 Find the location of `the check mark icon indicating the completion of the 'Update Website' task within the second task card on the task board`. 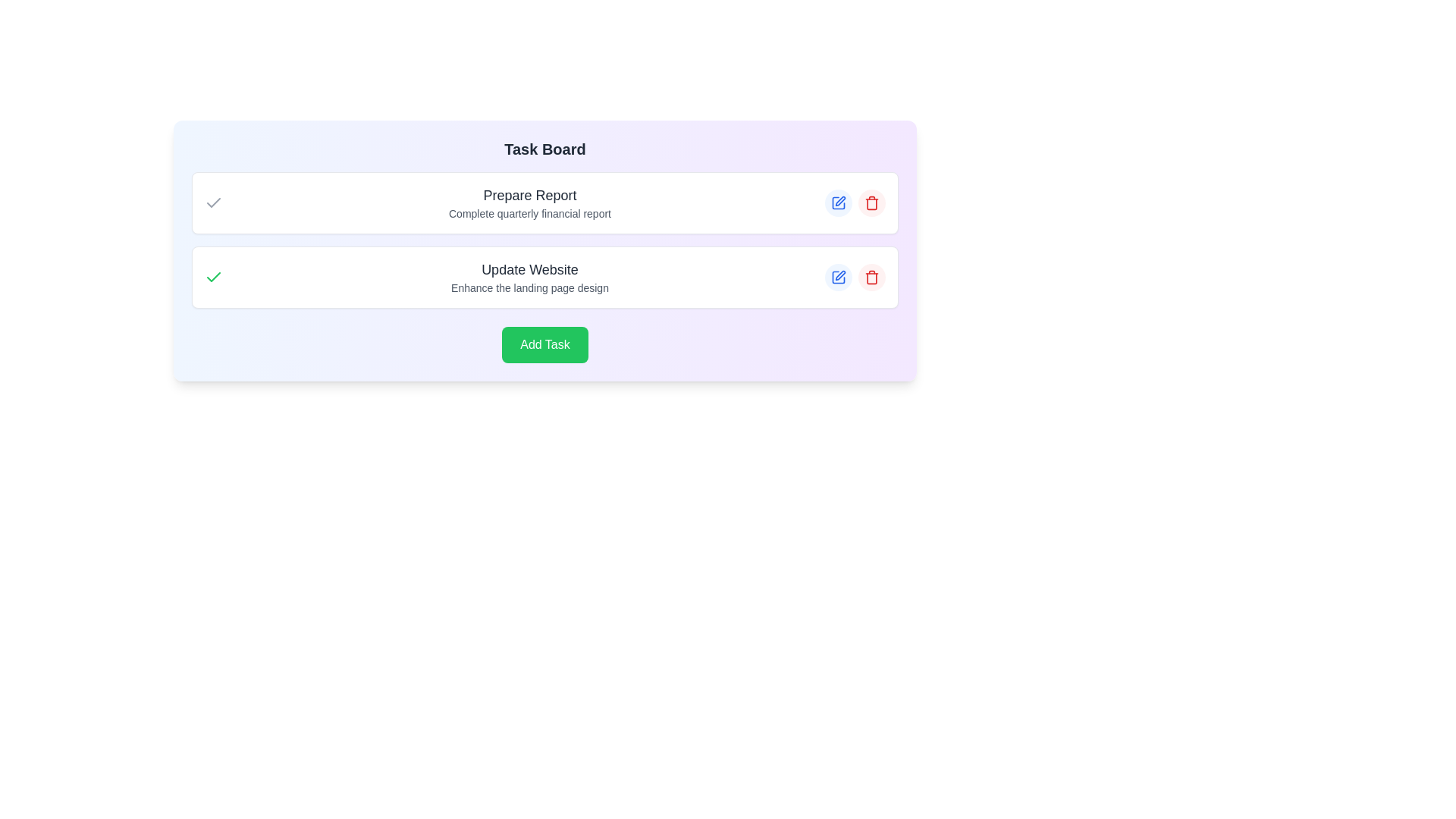

the check mark icon indicating the completion of the 'Update Website' task within the second task card on the task board is located at coordinates (213, 278).